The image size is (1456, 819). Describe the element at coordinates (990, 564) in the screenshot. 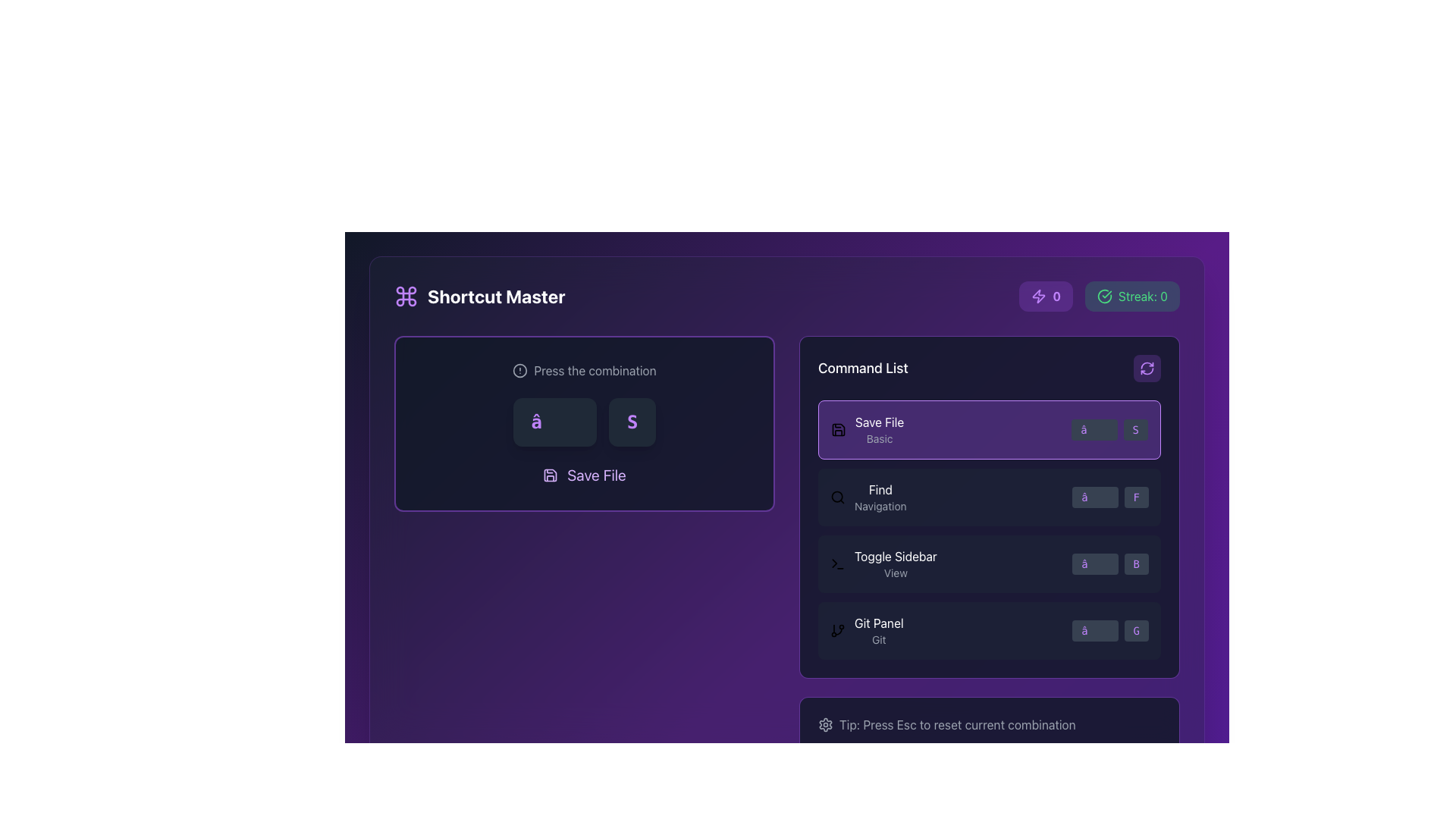

I see `the third interactive list item in the 'Command List' section` at that location.